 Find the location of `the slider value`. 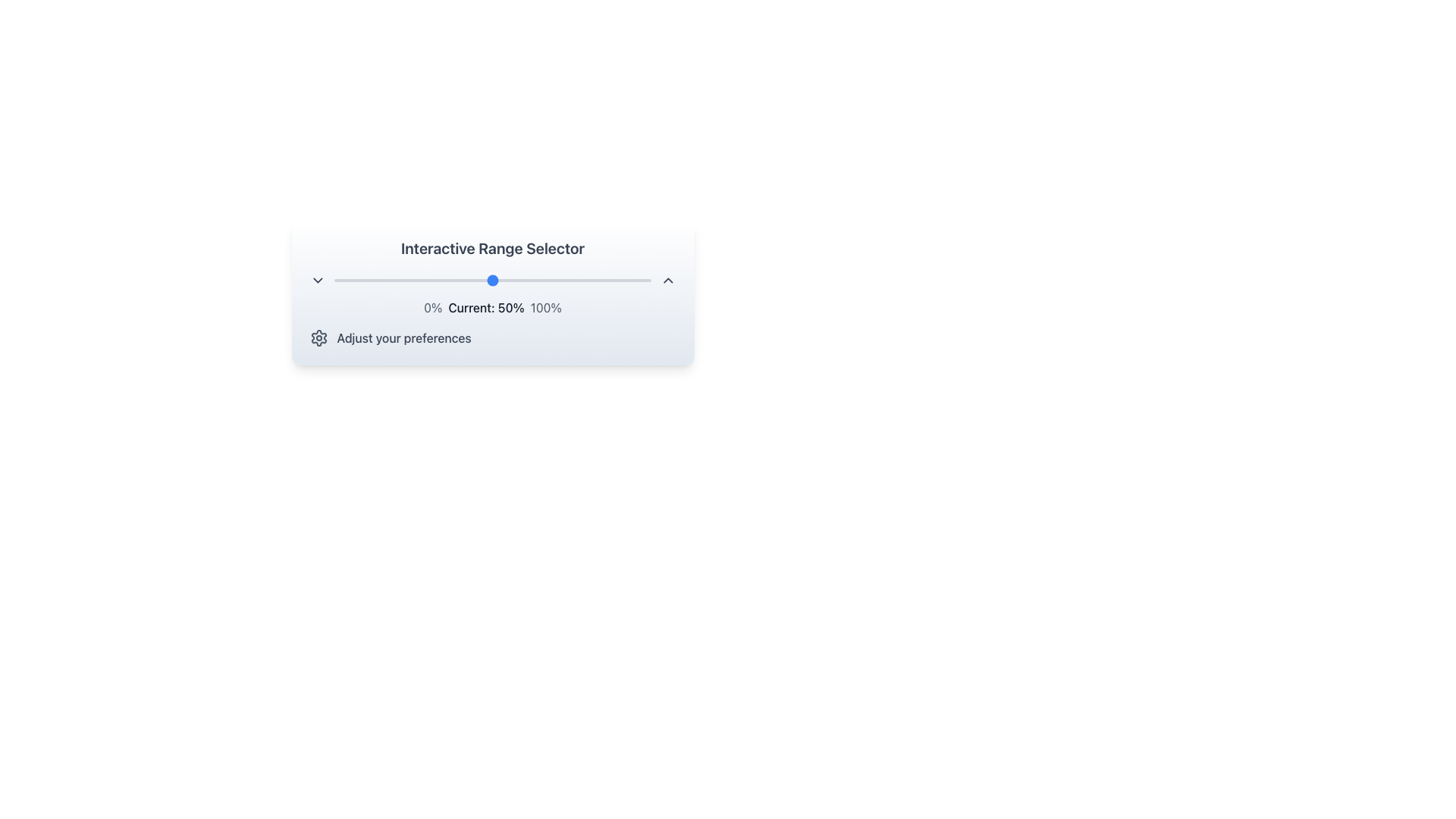

the slider value is located at coordinates (534, 281).